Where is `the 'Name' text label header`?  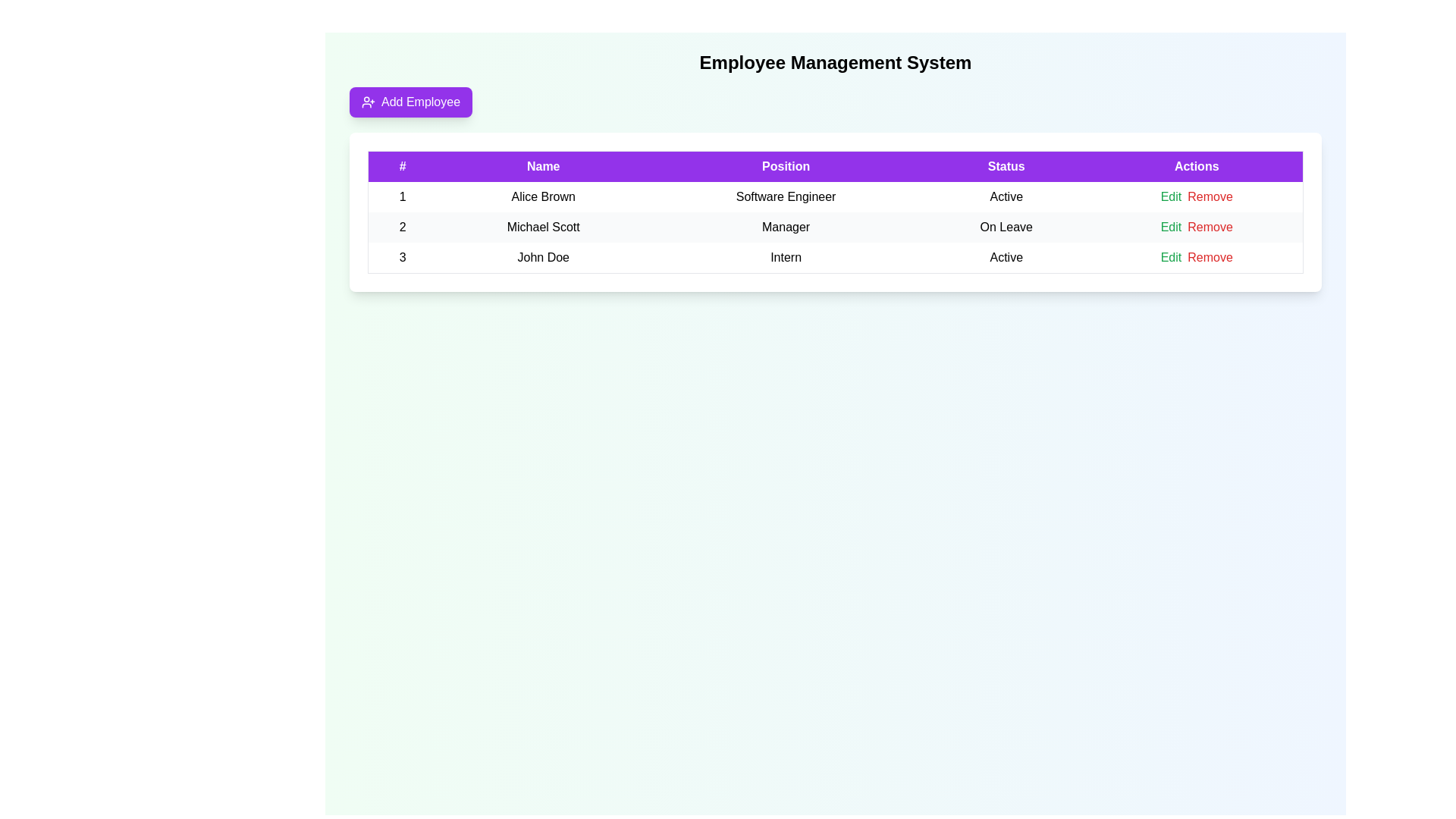 the 'Name' text label header is located at coordinates (543, 166).